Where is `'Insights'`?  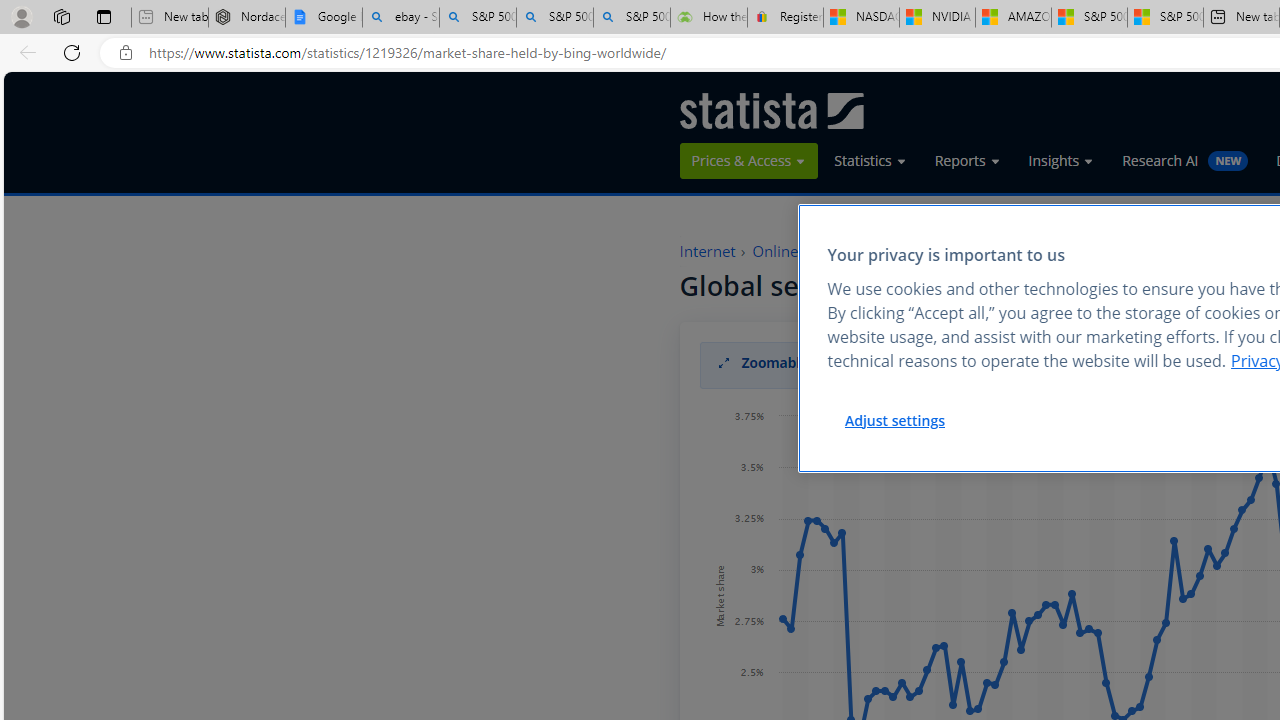
'Insights' is located at coordinates (1060, 159).